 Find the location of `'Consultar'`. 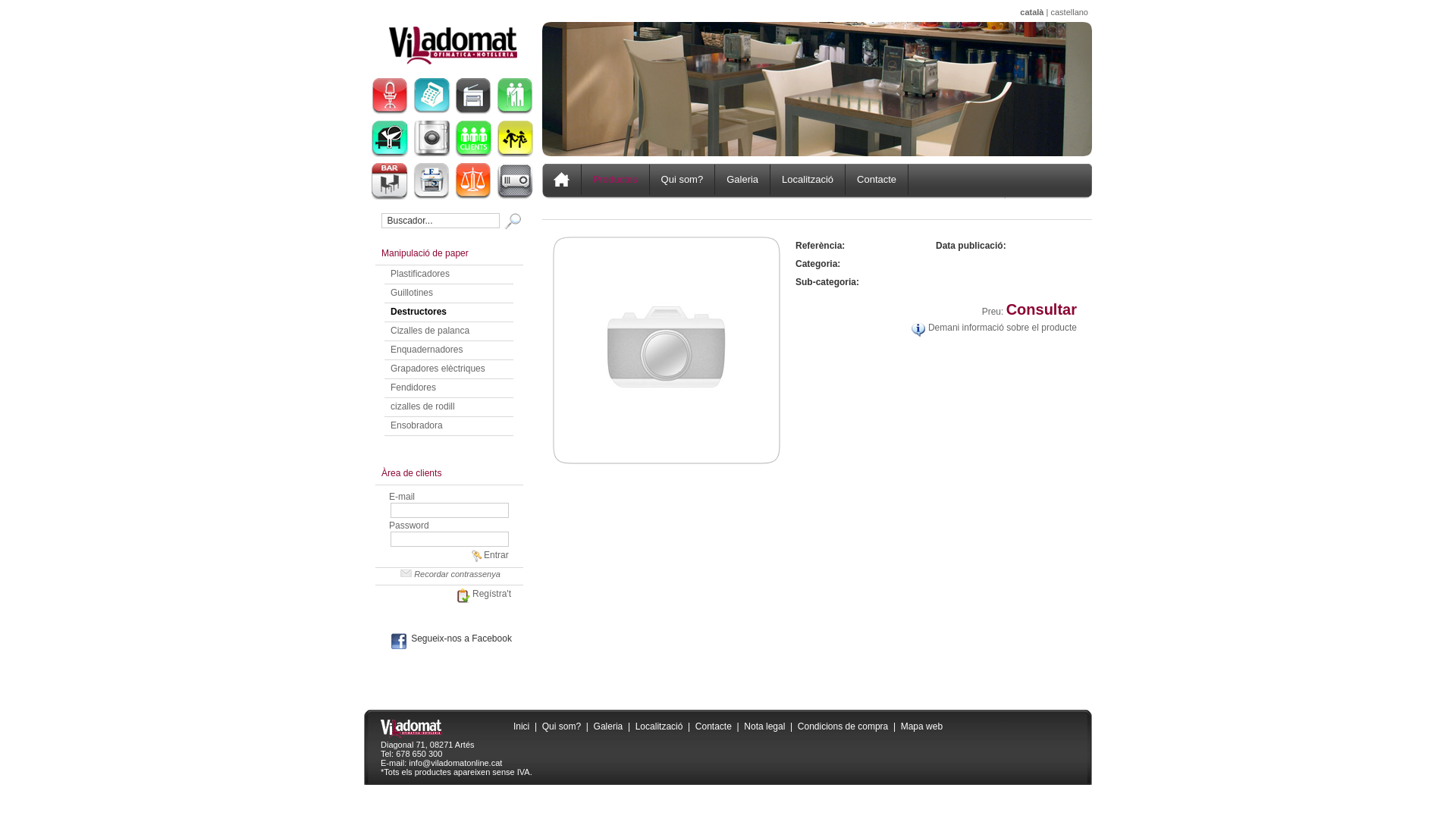

'Consultar' is located at coordinates (1040, 309).